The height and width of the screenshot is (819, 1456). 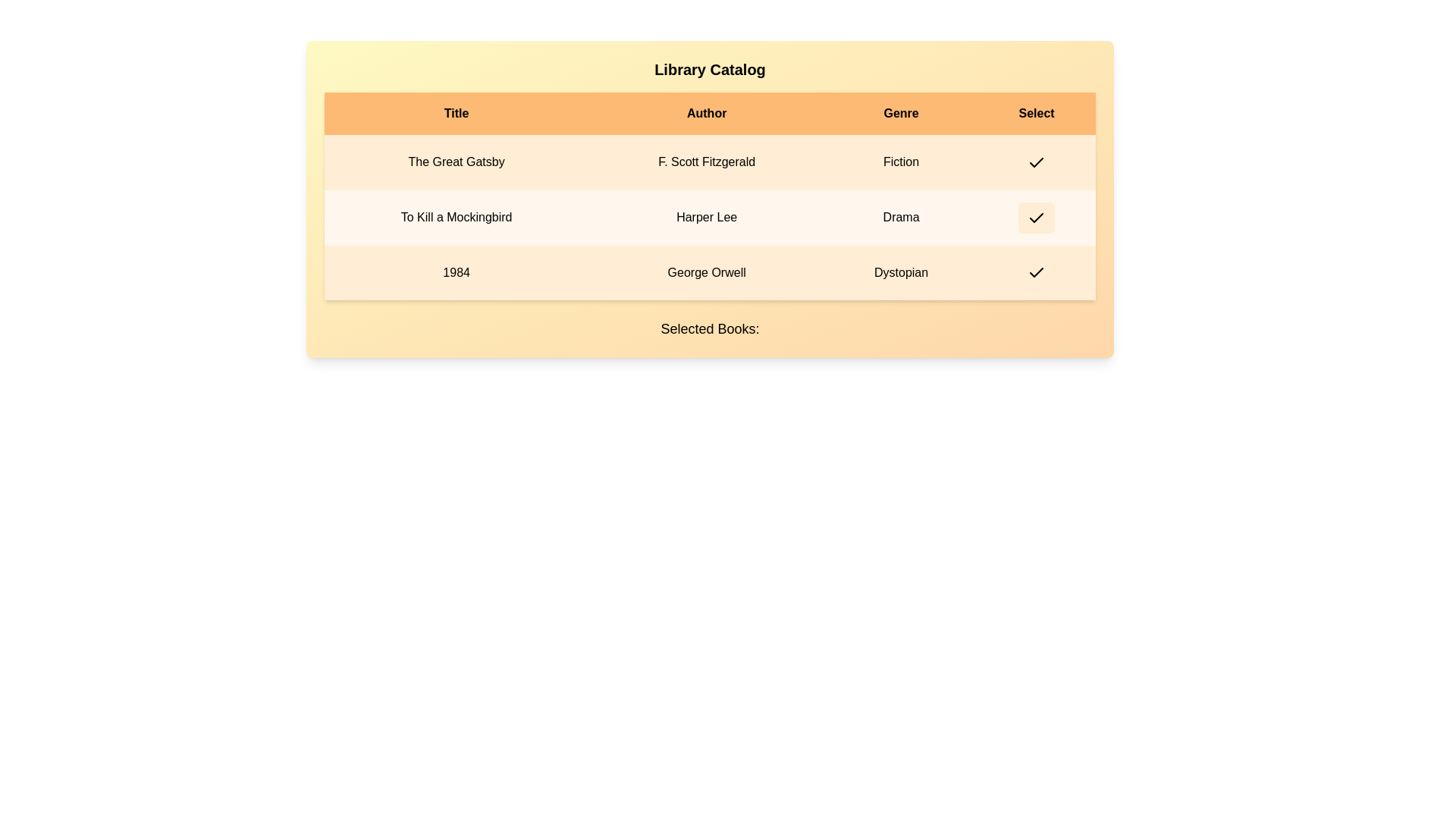 What do you see at coordinates (901, 162) in the screenshot?
I see `the static text label displaying 'Fiction' in bold, dark font, located in the Genre column of the first row of the table` at bounding box center [901, 162].